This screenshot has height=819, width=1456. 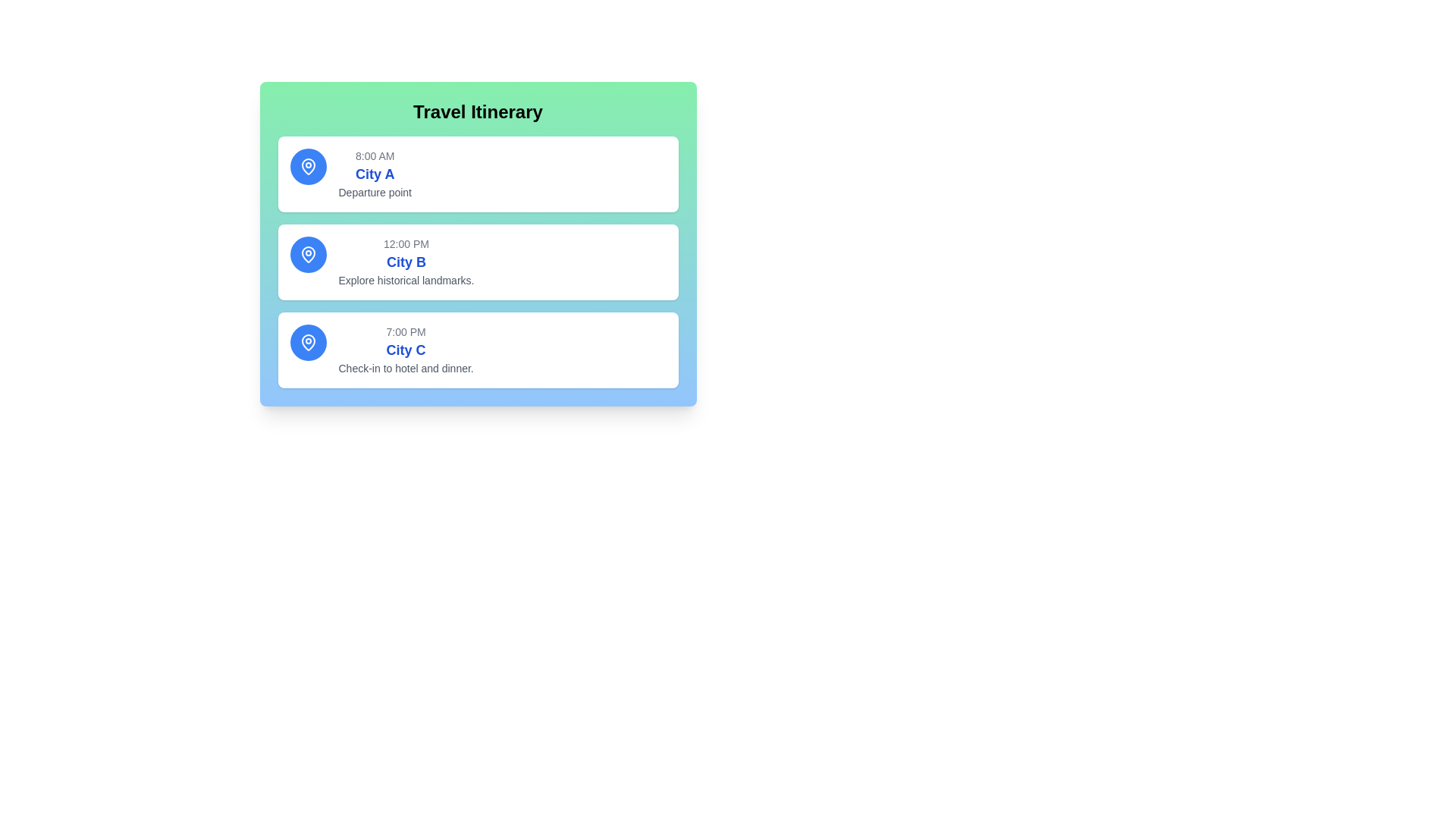 What do you see at coordinates (307, 253) in the screenshot?
I see `blue circular map pin icon located centrally within its background, adjacent to the text '12:00 PM City B Explore historical landmarks.'` at bounding box center [307, 253].